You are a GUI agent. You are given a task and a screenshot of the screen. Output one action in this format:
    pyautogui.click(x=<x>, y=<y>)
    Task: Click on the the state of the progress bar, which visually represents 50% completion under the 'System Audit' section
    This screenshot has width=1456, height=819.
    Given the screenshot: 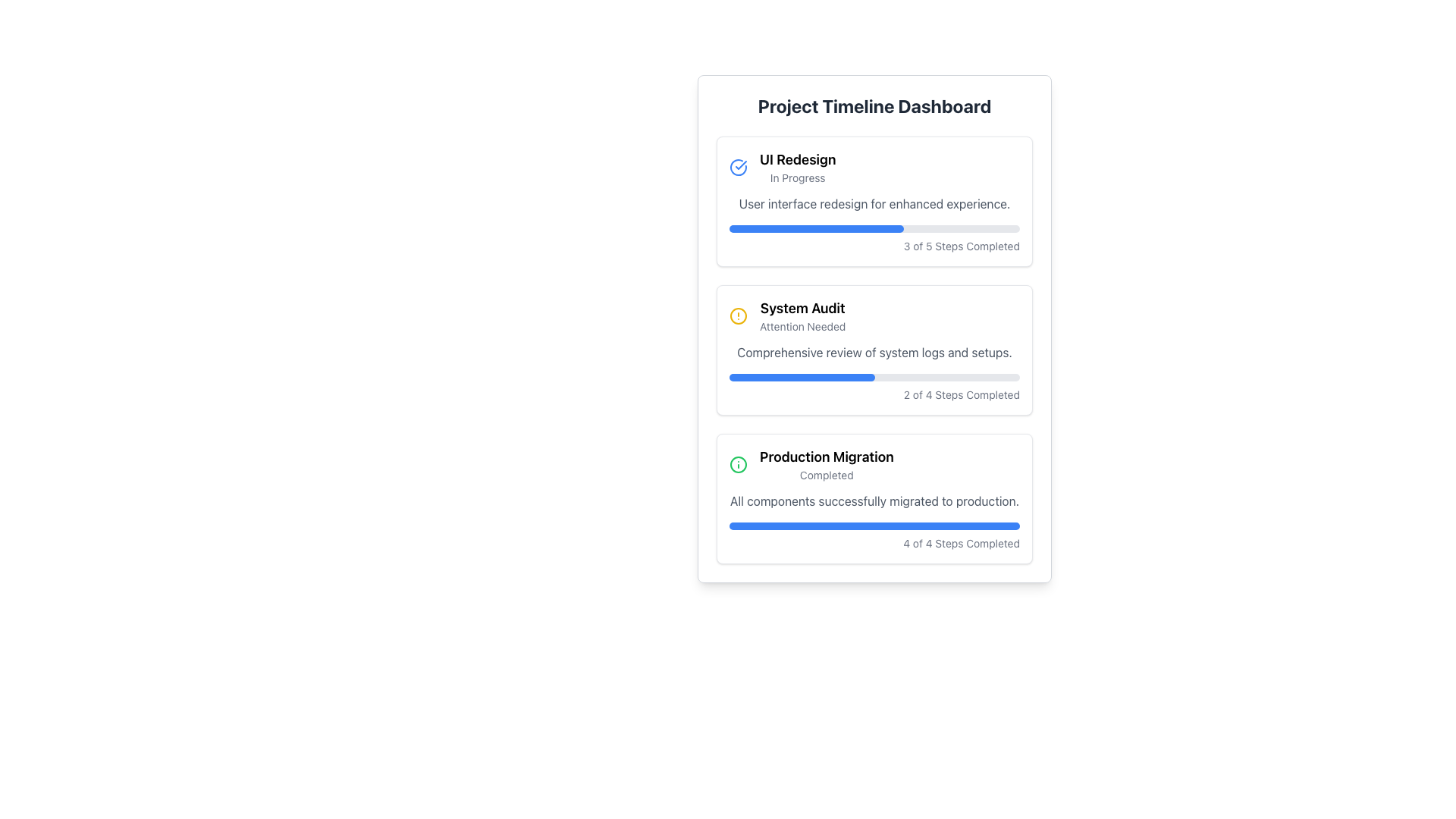 What is the action you would take?
    pyautogui.click(x=801, y=376)
    